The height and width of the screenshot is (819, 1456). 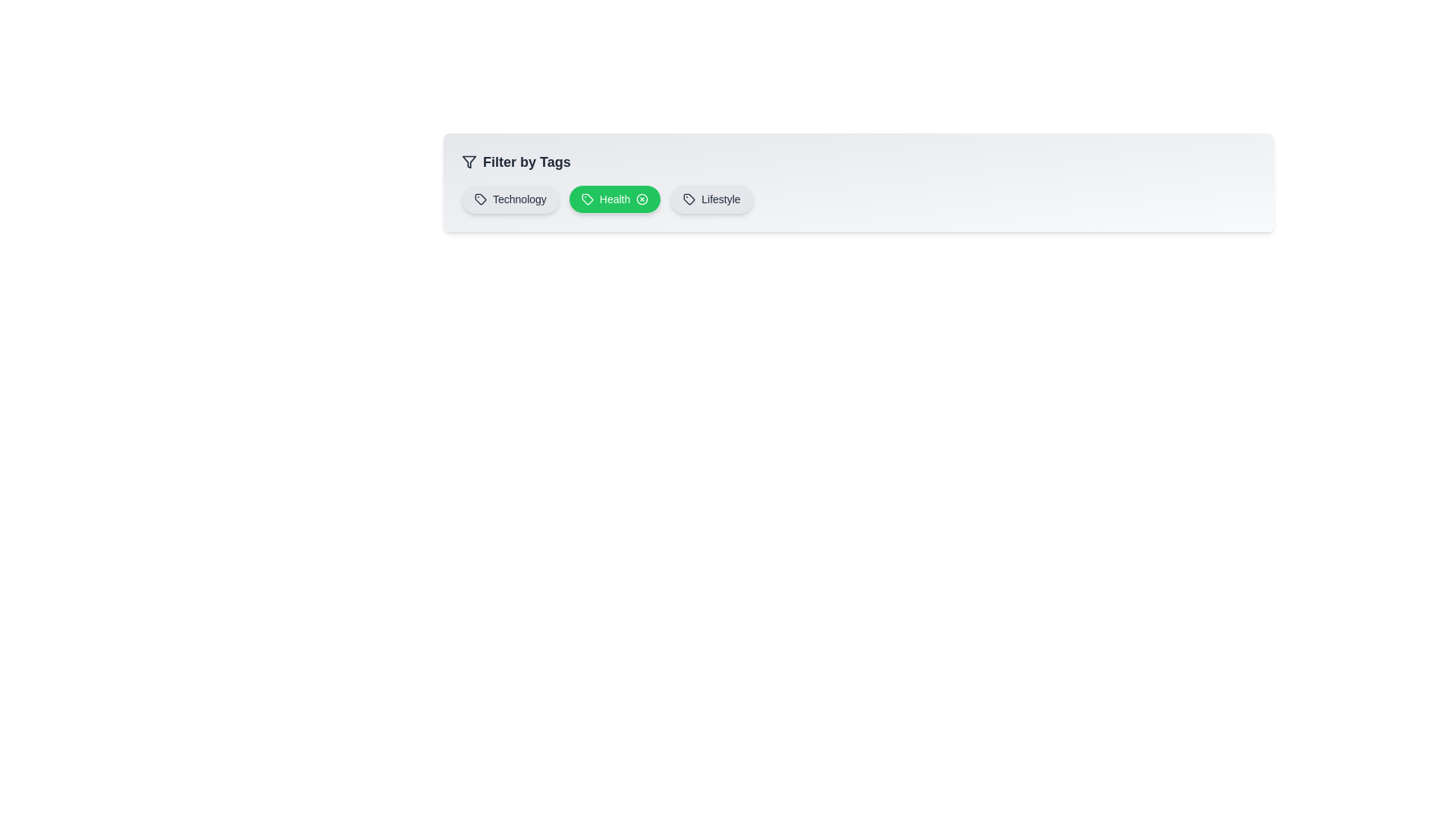 What do you see at coordinates (469, 162) in the screenshot?
I see `the filter icon to open the filter options` at bounding box center [469, 162].